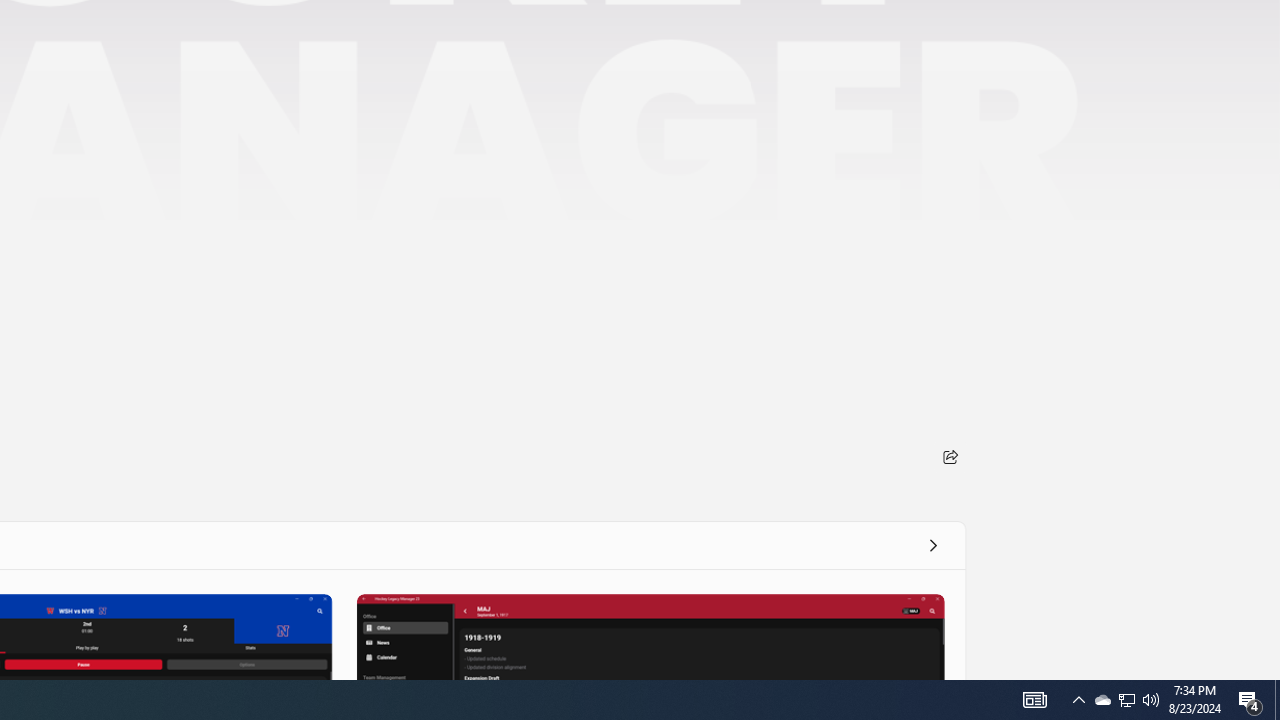 This screenshot has width=1280, height=720. What do you see at coordinates (931, 545) in the screenshot?
I see `'See all'` at bounding box center [931, 545].